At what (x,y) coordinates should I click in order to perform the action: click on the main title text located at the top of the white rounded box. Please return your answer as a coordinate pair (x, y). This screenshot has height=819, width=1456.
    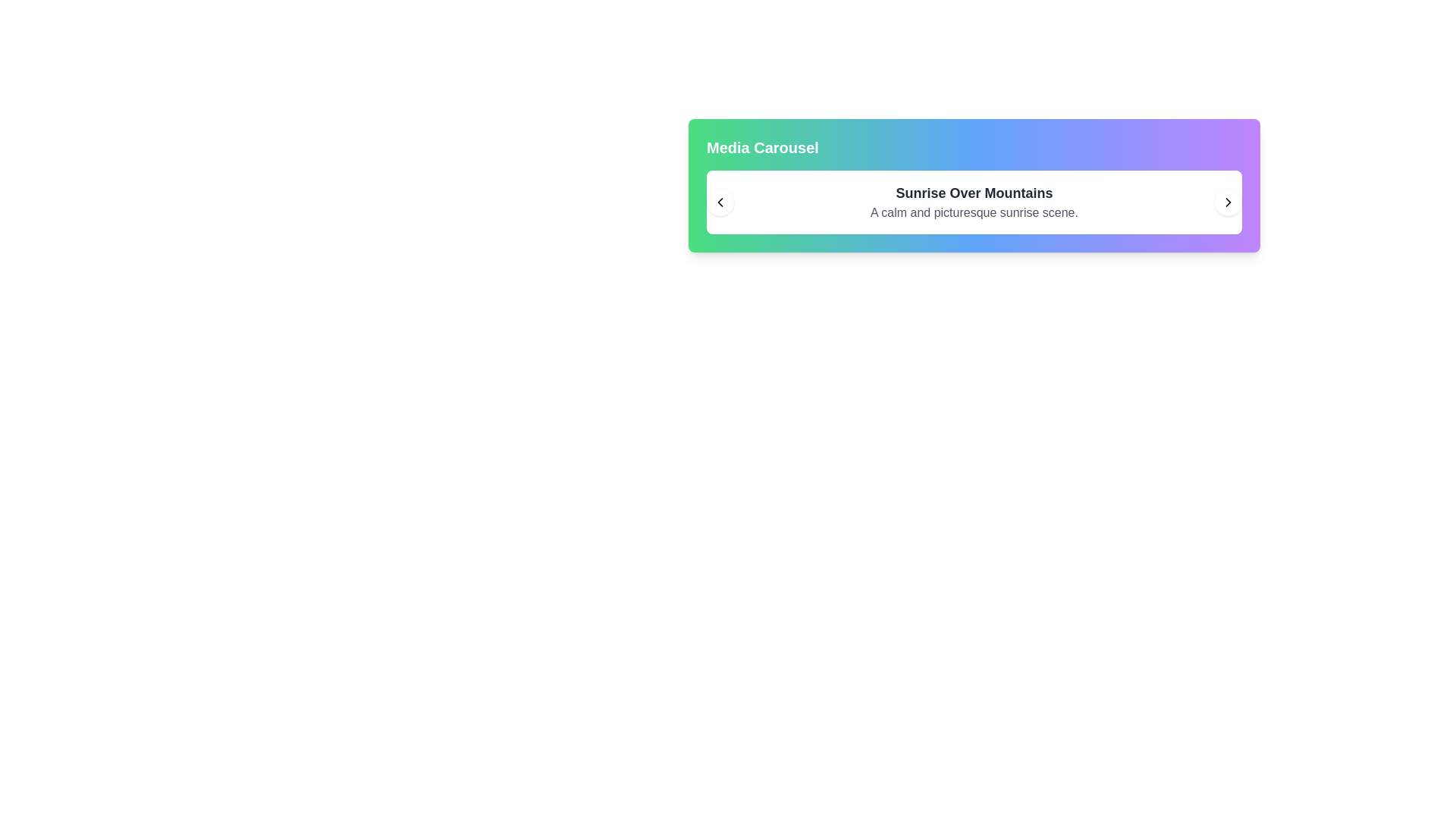
    Looking at the image, I should click on (974, 192).